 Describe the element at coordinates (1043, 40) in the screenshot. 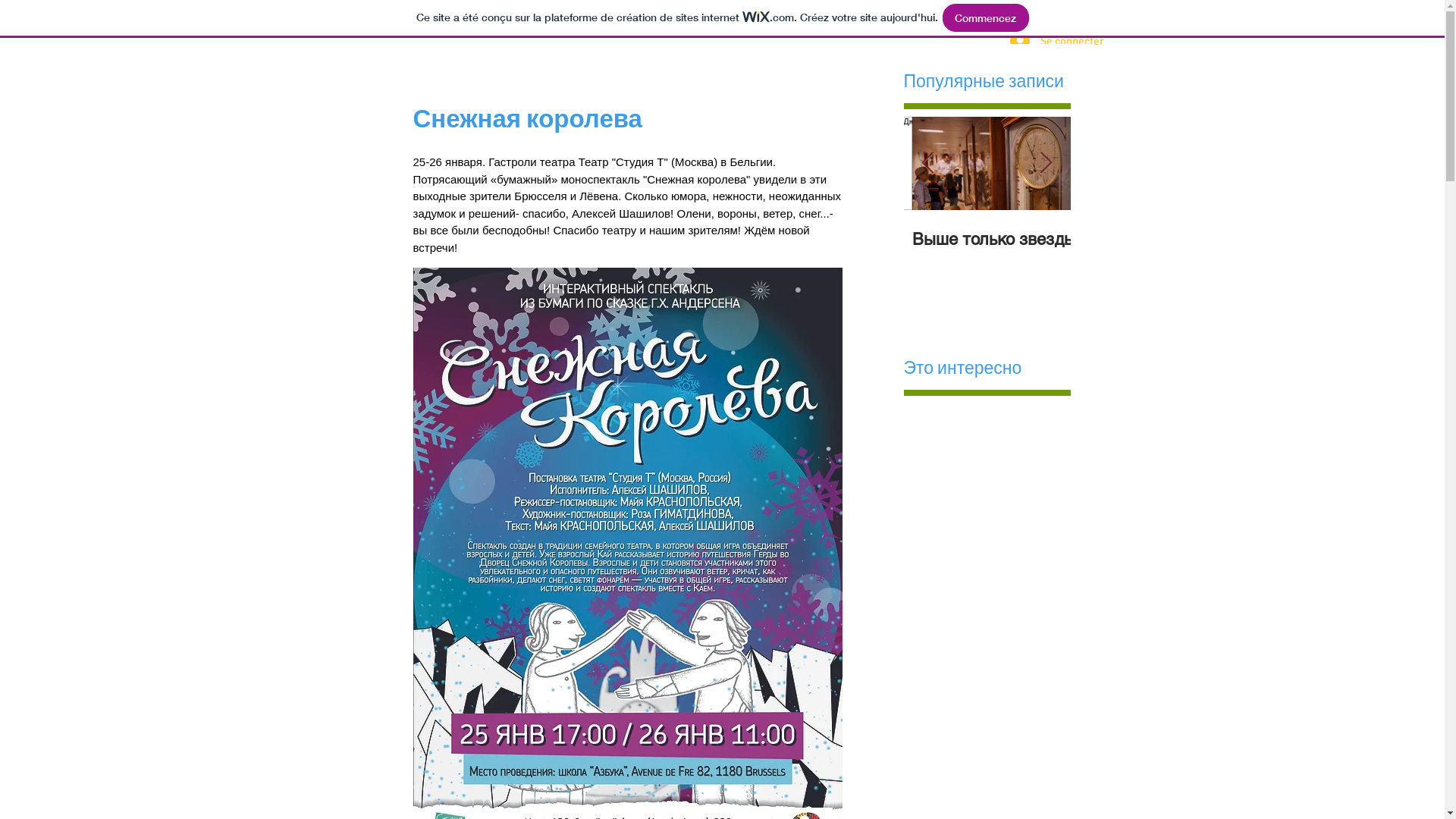

I see `'Se connecter'` at that location.